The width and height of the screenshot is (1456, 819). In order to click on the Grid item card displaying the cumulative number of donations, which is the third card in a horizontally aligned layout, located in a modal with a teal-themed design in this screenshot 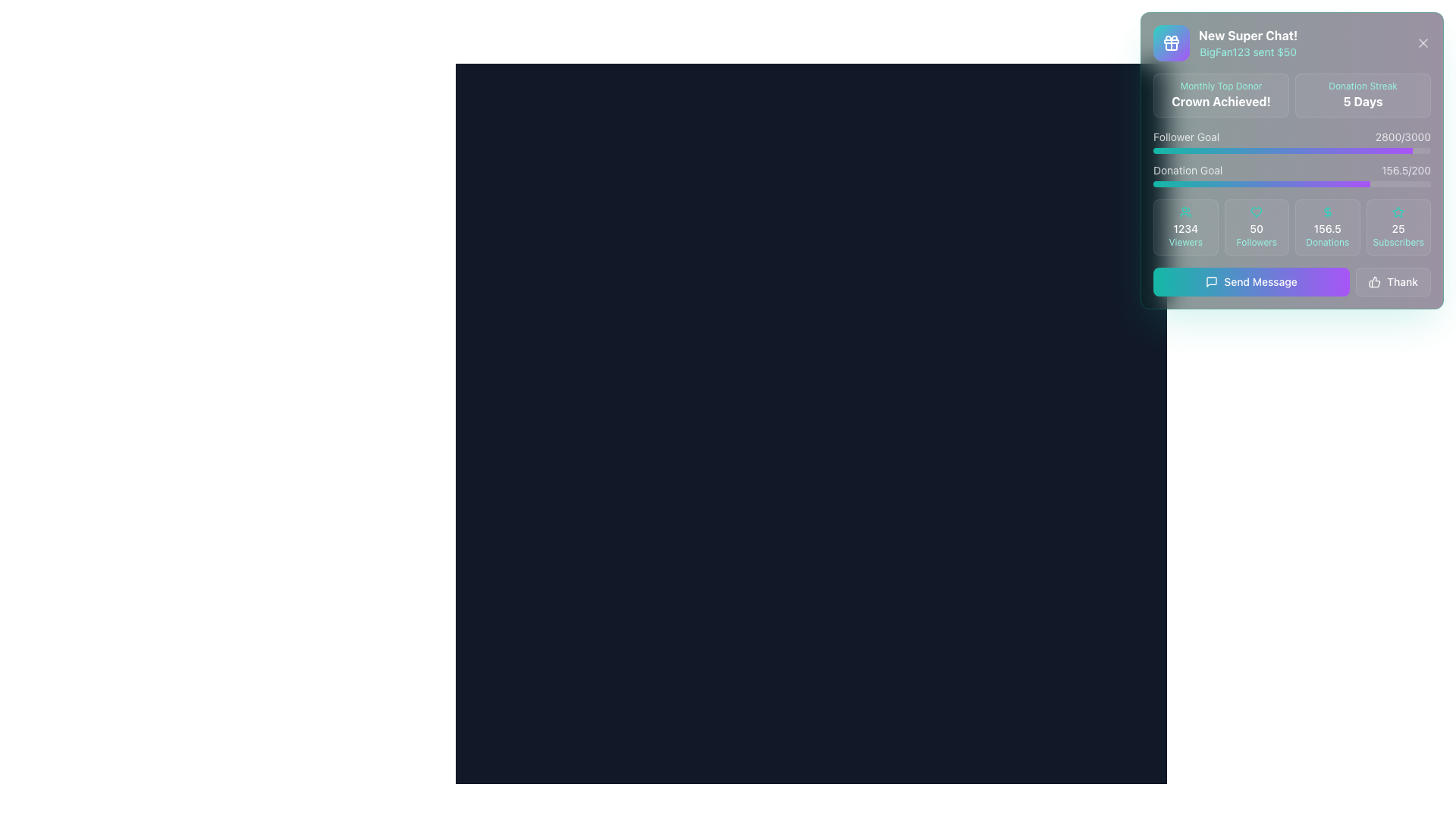, I will do `click(1326, 227)`.